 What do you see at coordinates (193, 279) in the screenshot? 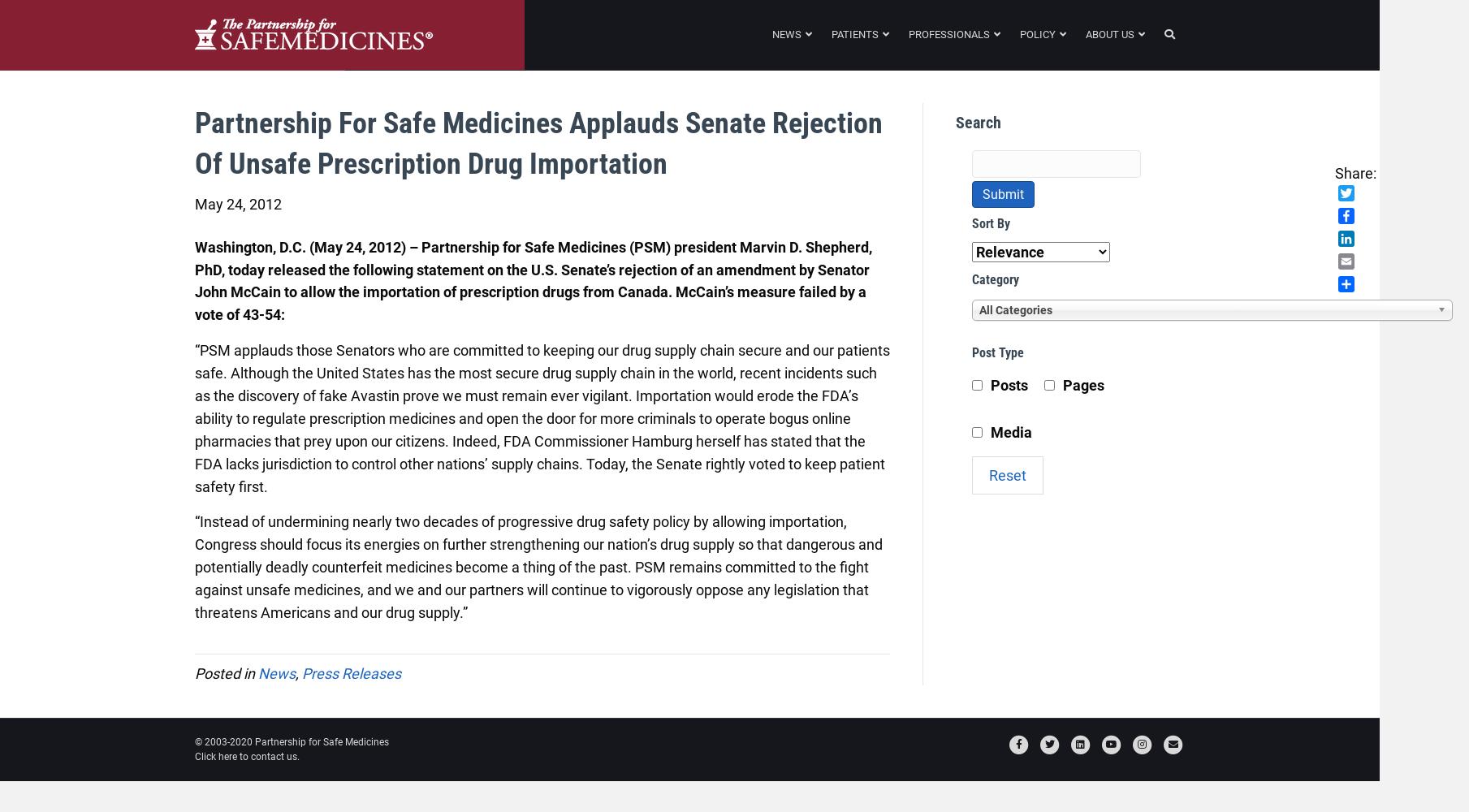
I see `'Washington, D.C. (May 24, 2012) – Partnership for Safe Medicines (PSM) president Marvin D. Shepherd, PhD, today released the following statement on the U.S. Senate’s rejection of an amendment by Senator John McCain to allow the importation of prescription drugs from Canada. McCain’s measure failed by a vote of 43-54:'` at bounding box center [193, 279].